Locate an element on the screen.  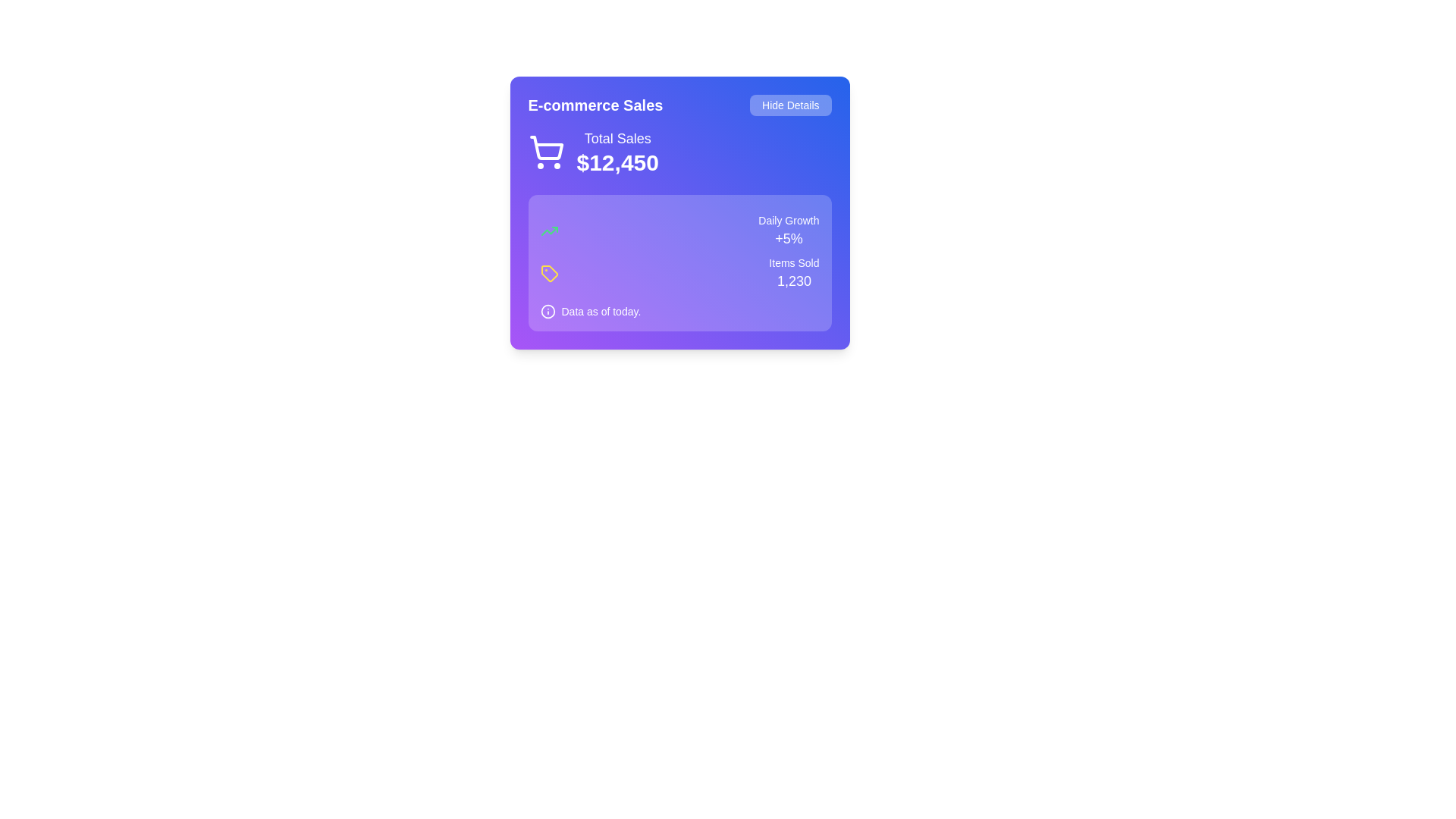
the icon located to the left of the 'Items Sold 1,230' text, which visually indicates the information displayed is located at coordinates (548, 274).